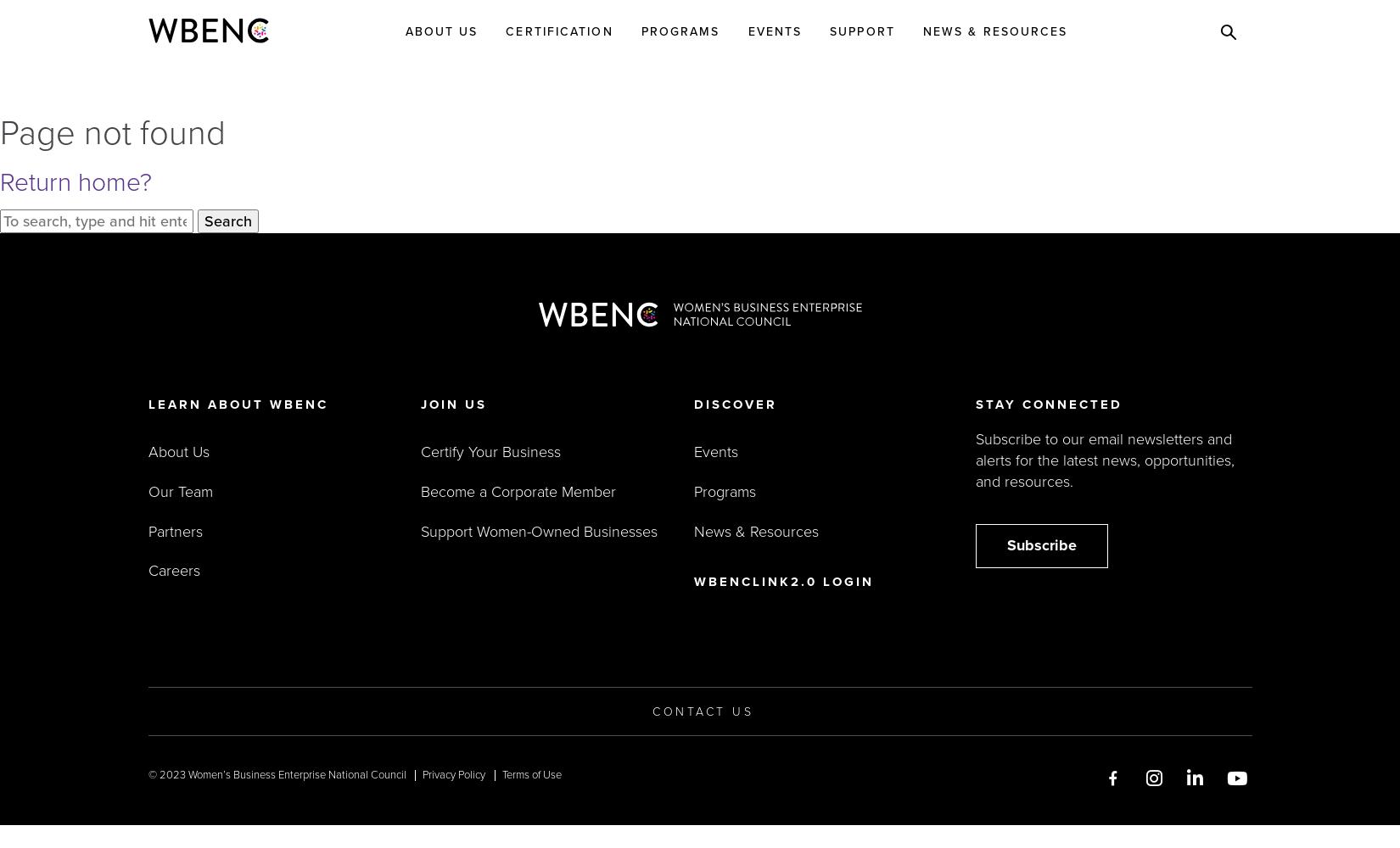 This screenshot has width=1400, height=848. What do you see at coordinates (174, 531) in the screenshot?
I see `'Partners'` at bounding box center [174, 531].